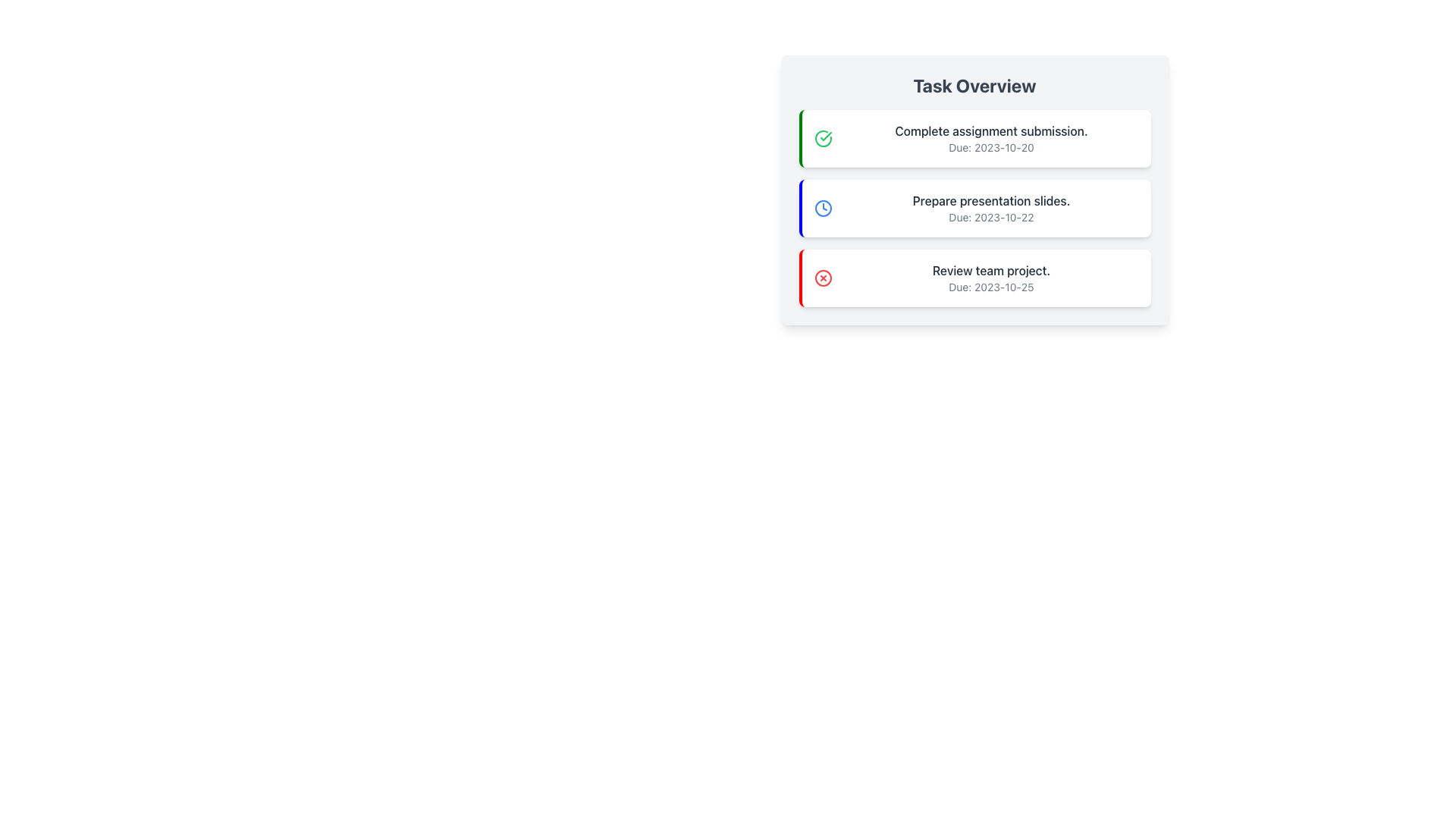 The image size is (1456, 819). What do you see at coordinates (991, 217) in the screenshot?
I see `the text label indicating the due date for the task 'Prepare presentation slides' in the second task entry of the 'Task Overview' section` at bounding box center [991, 217].